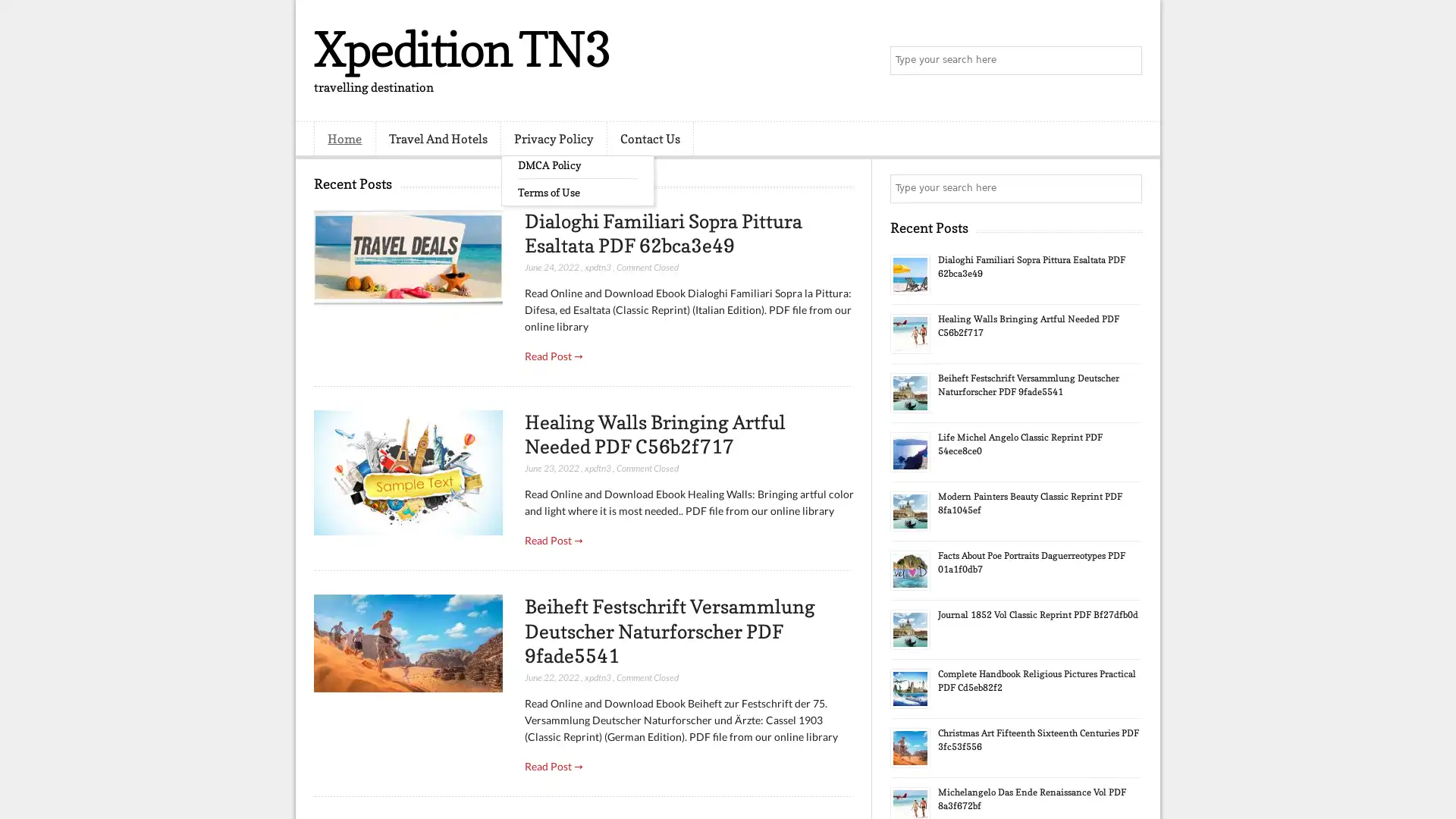 The width and height of the screenshot is (1456, 819). I want to click on Search, so click(1126, 188).